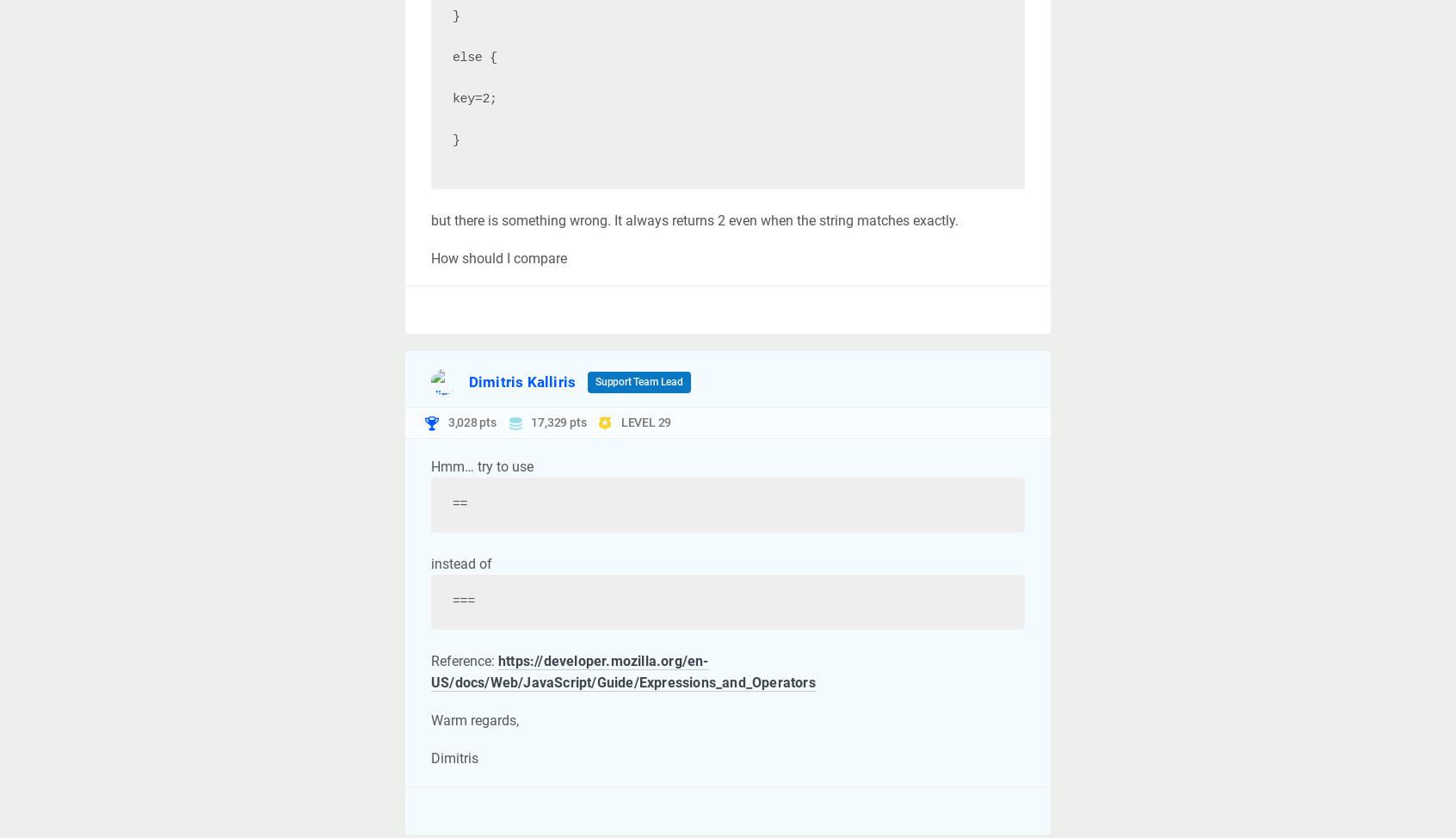 The height and width of the screenshot is (838, 1456). What do you see at coordinates (431, 670) in the screenshot?
I see `'https://developer.mozilla.org/en-US/docs/Web/JavaScript/Guide/Expressions_and_Operators'` at bounding box center [431, 670].